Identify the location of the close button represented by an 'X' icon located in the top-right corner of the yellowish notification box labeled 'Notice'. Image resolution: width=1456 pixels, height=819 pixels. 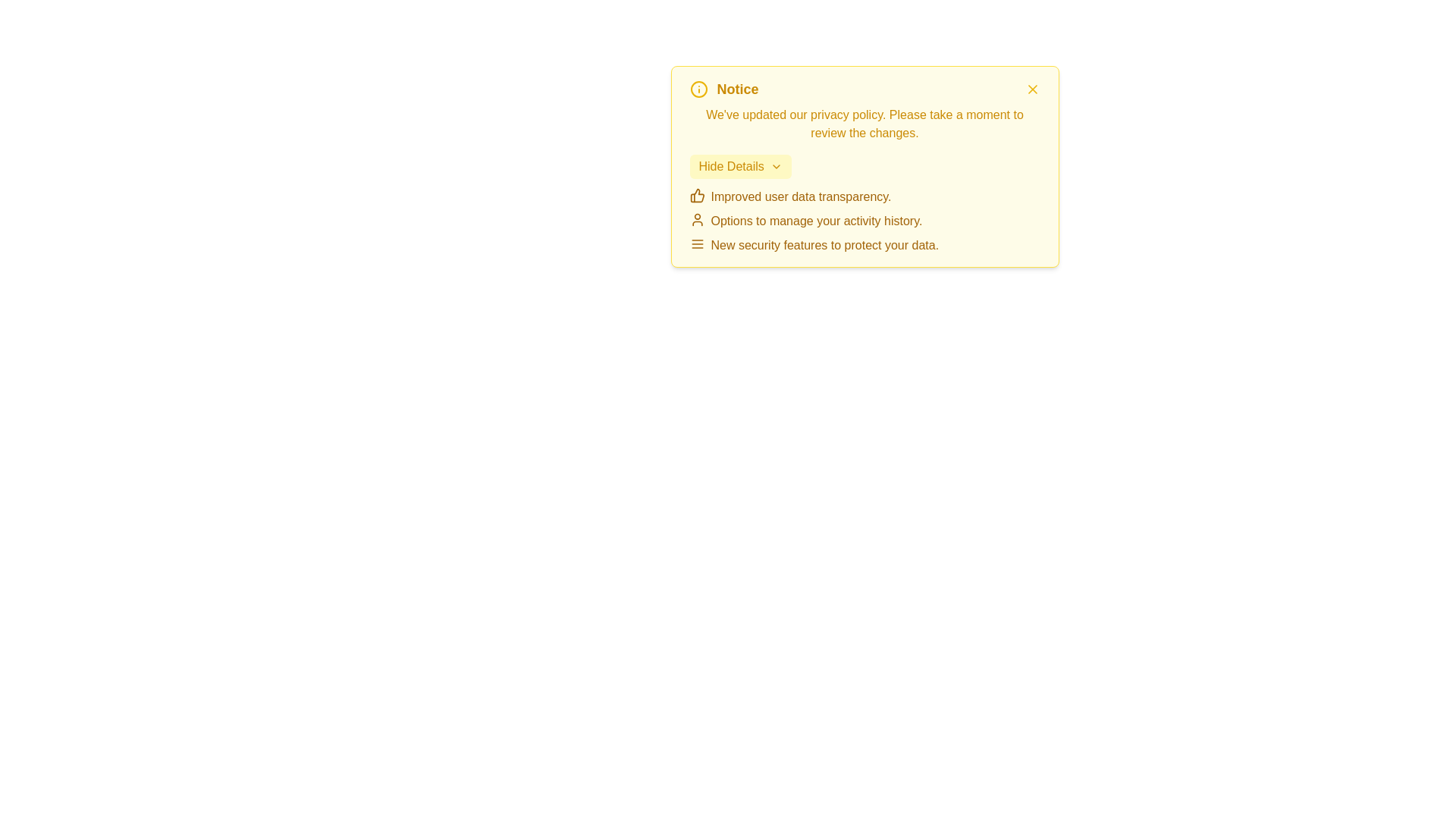
(1031, 89).